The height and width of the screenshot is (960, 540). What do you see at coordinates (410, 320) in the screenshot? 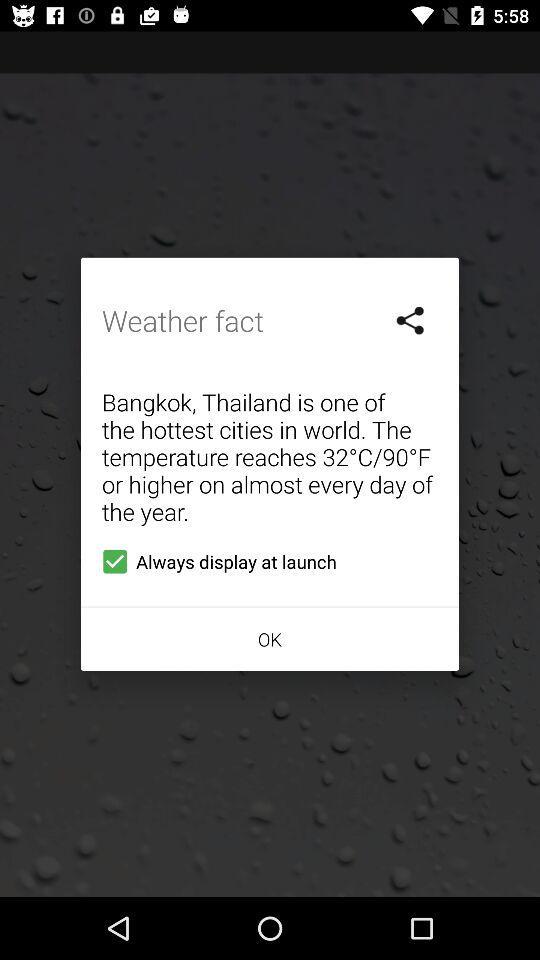
I see `item to the right of weather fact item` at bounding box center [410, 320].